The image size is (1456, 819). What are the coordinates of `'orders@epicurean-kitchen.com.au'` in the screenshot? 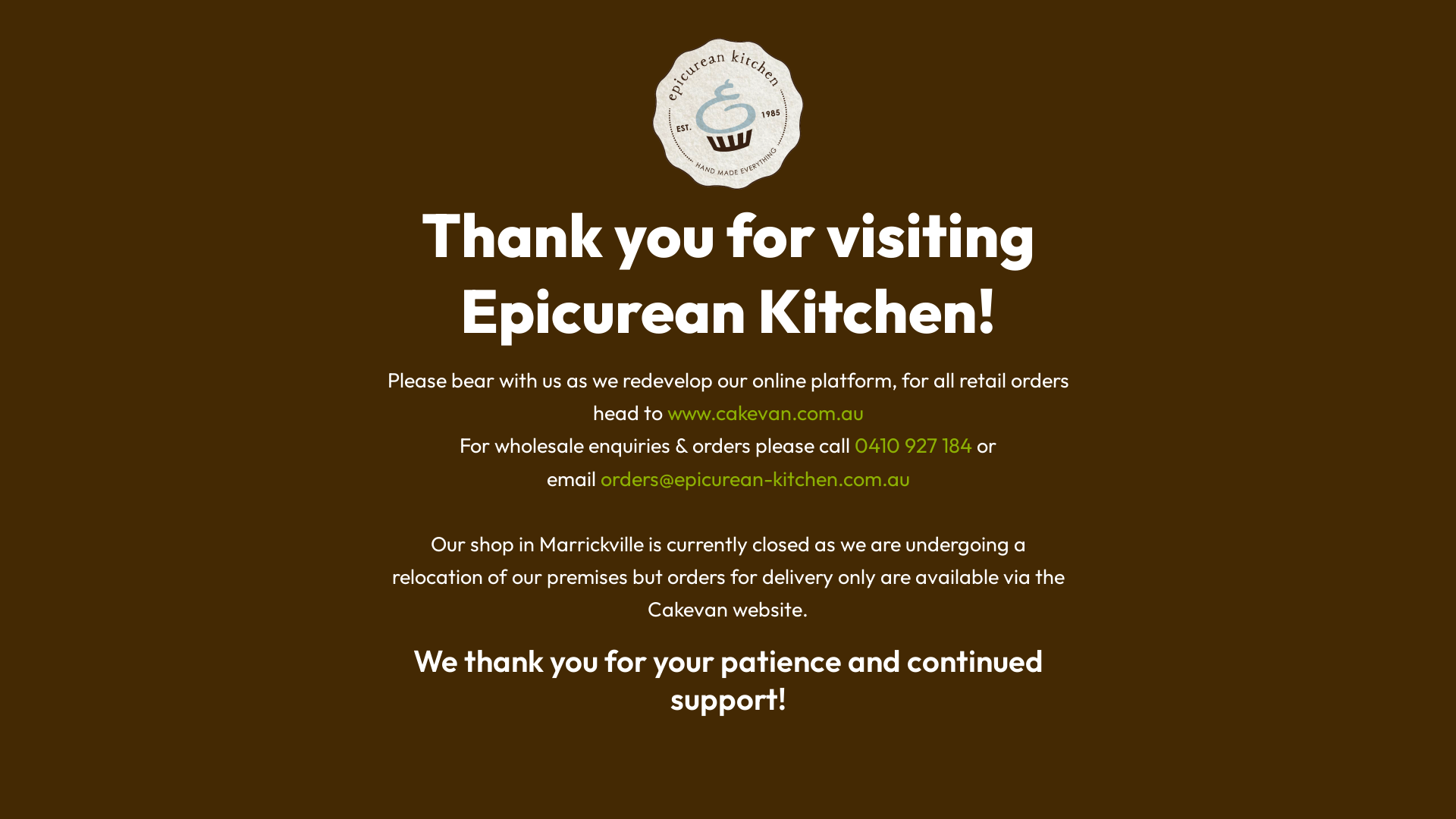 It's located at (755, 479).